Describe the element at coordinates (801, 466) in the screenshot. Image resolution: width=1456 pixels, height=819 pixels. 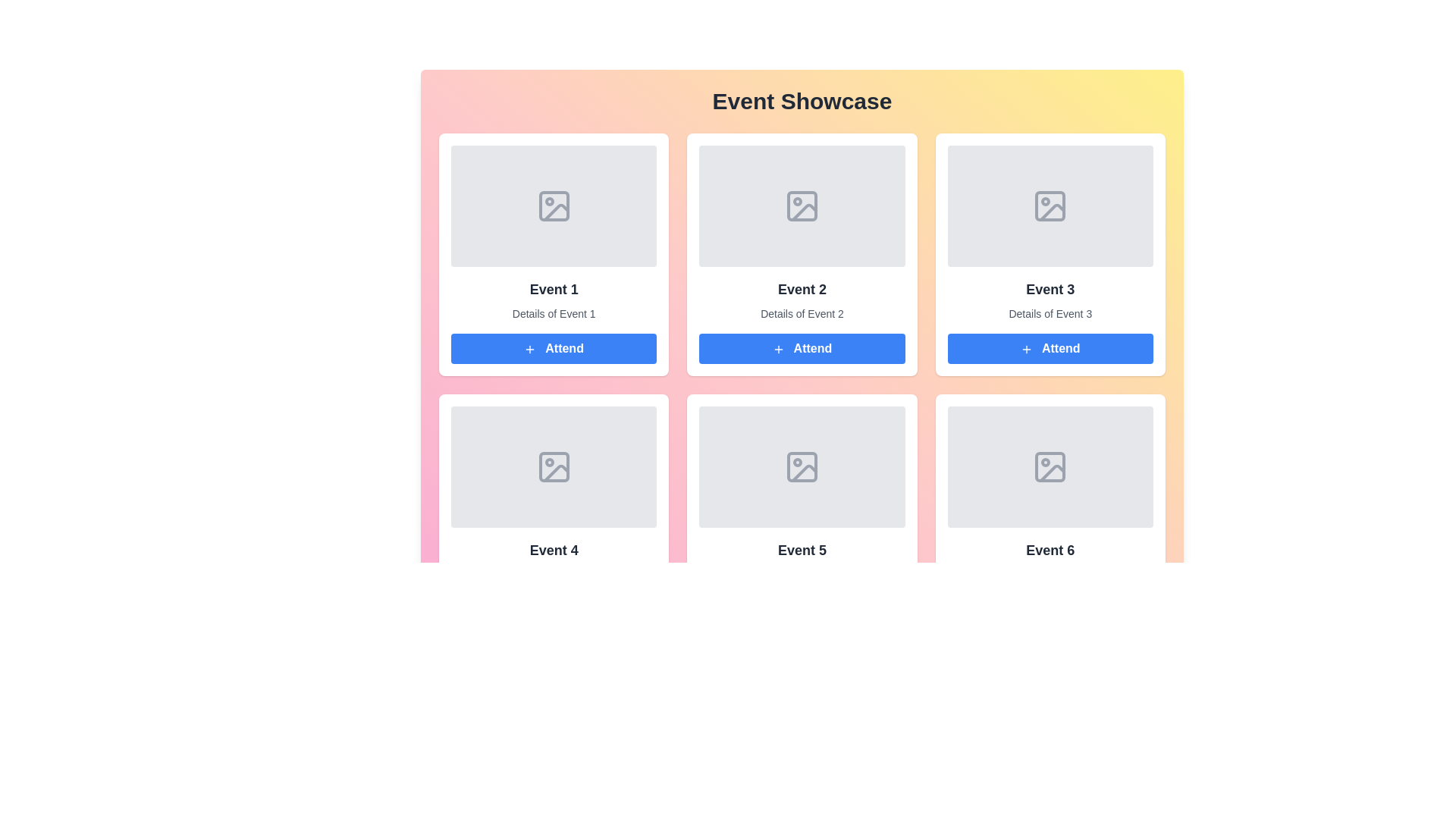
I see `the Icon component element, which is a decorative rectangle representing an image placeholder, located in the center of the fifth event card in the second row of the event grid` at that location.